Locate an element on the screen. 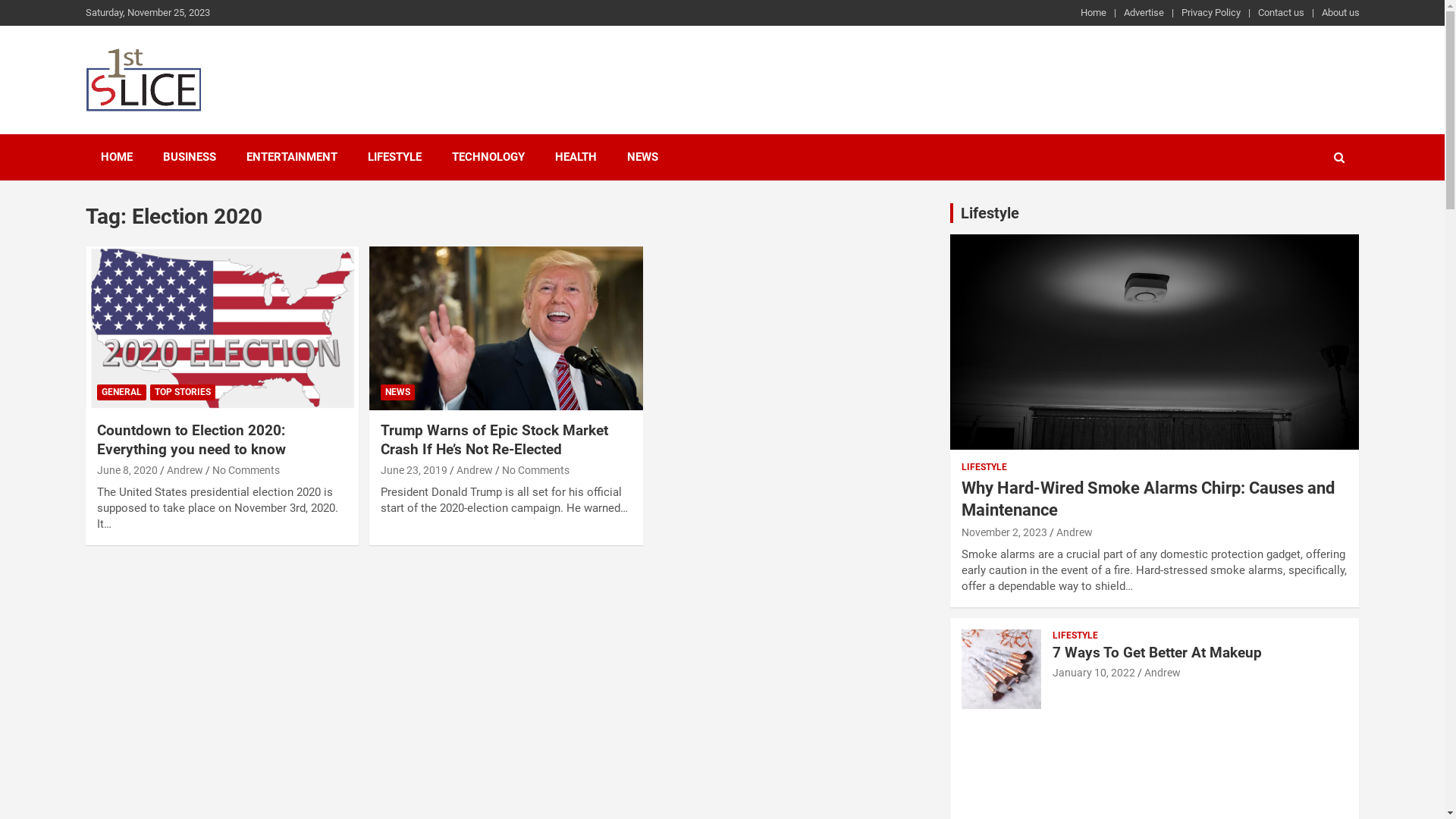 This screenshot has height=819, width=1456. '1stslice' is located at coordinates (139, 130).